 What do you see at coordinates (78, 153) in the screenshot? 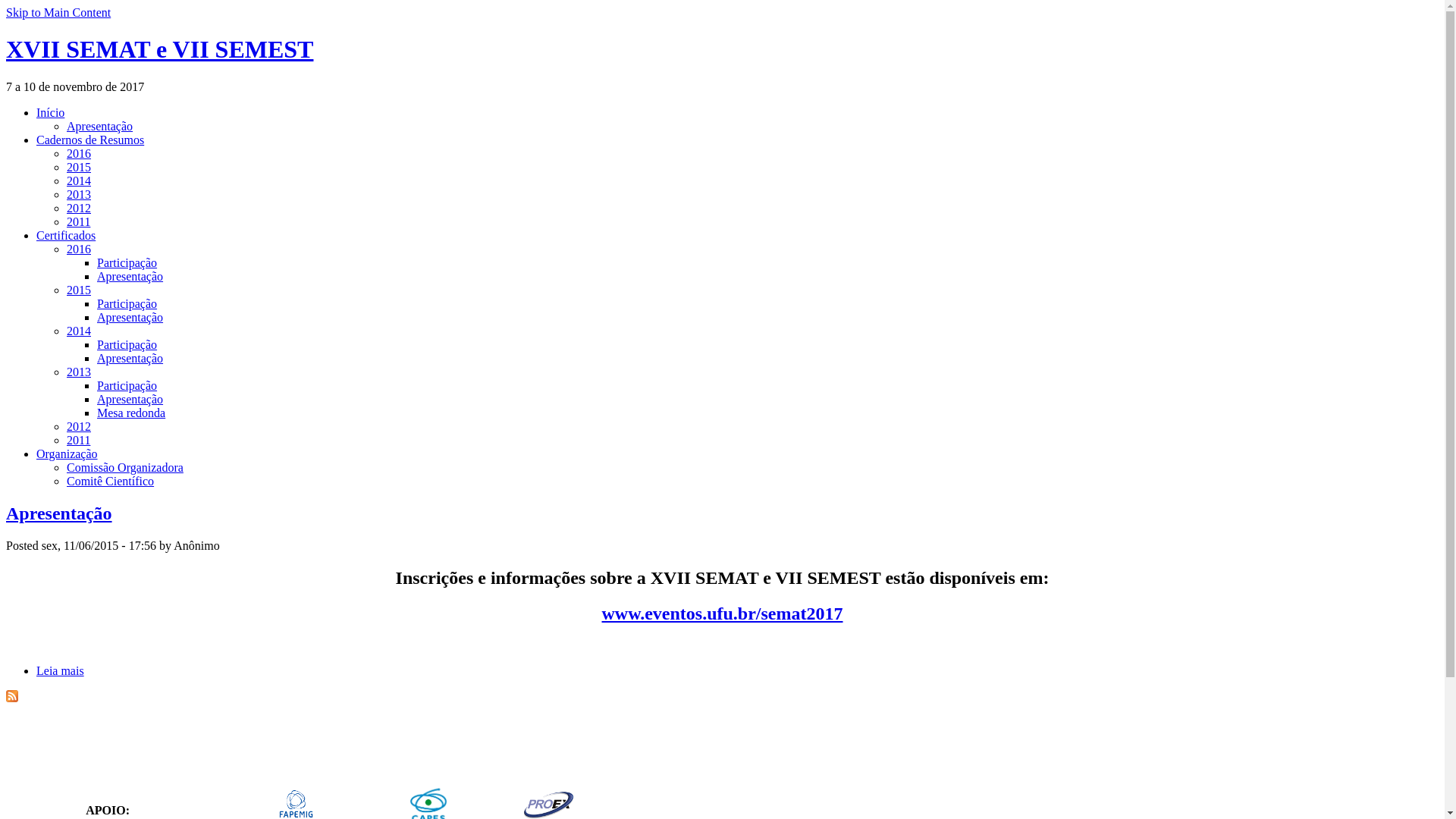
I see `'2016'` at bounding box center [78, 153].